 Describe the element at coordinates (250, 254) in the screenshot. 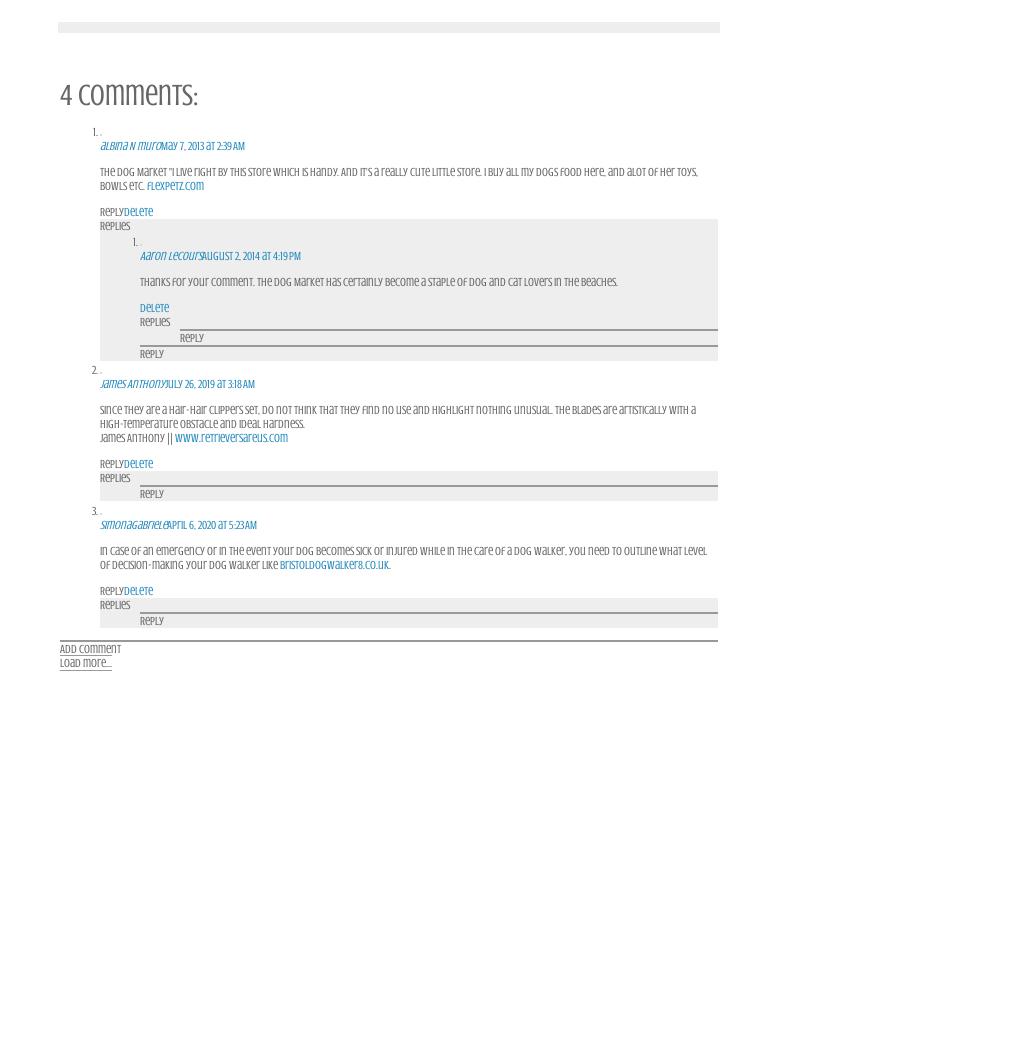

I see `'August 2, 2014 at 4:19 PM'` at that location.